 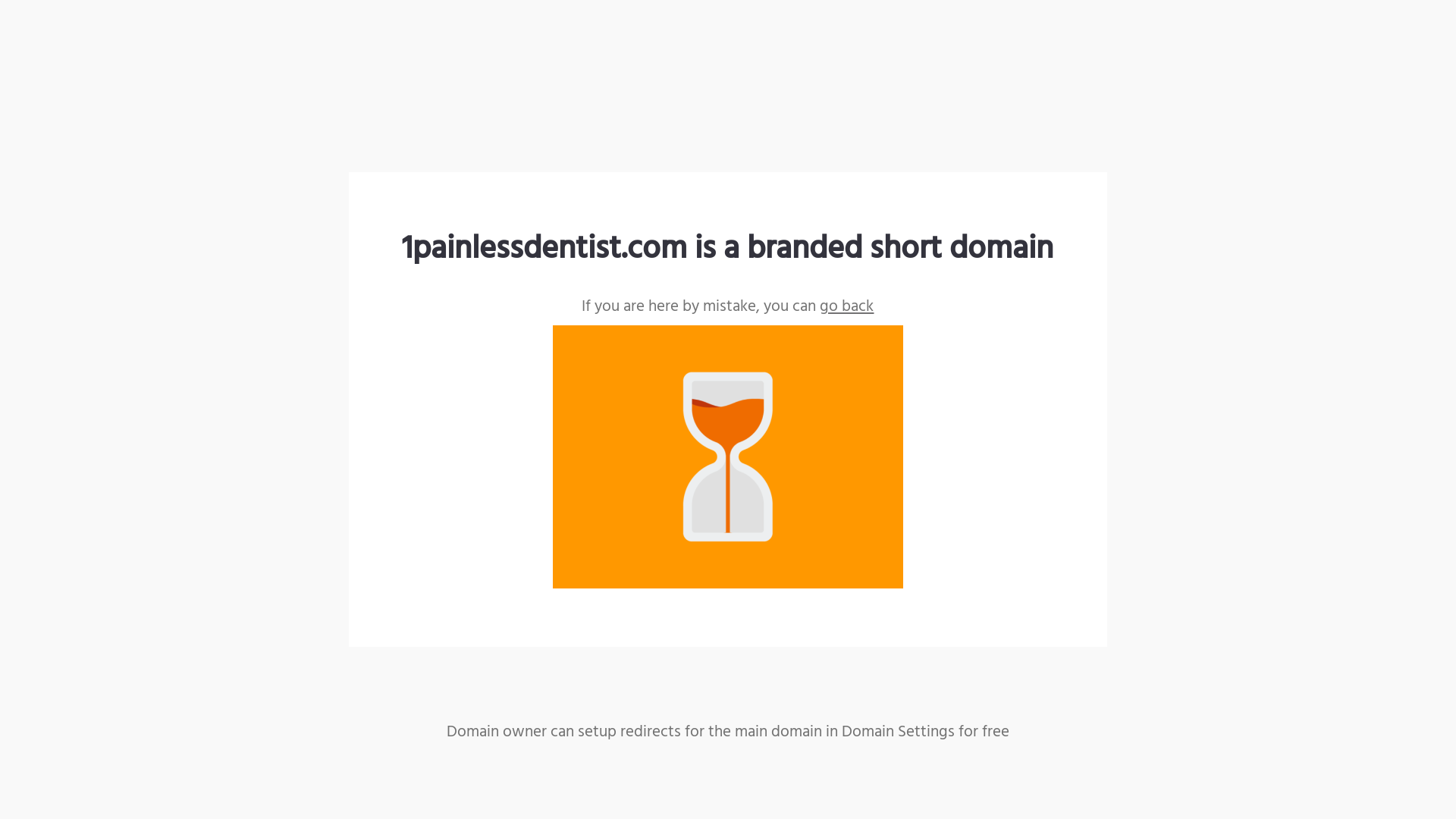 What do you see at coordinates (818, 306) in the screenshot?
I see `'go back'` at bounding box center [818, 306].